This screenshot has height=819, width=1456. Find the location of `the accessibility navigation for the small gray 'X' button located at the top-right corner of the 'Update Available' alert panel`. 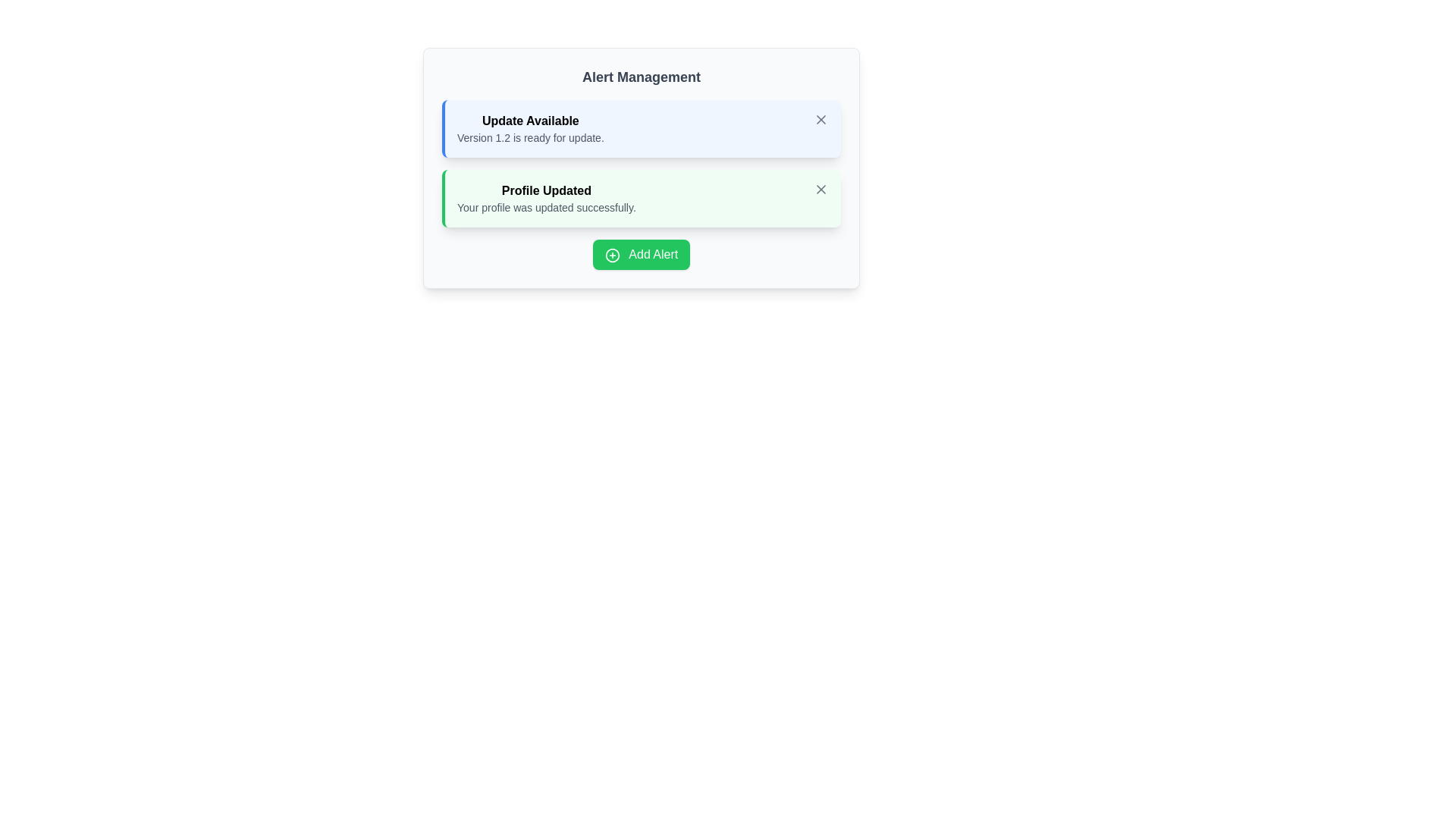

the accessibility navigation for the small gray 'X' button located at the top-right corner of the 'Update Available' alert panel is located at coordinates (821, 119).